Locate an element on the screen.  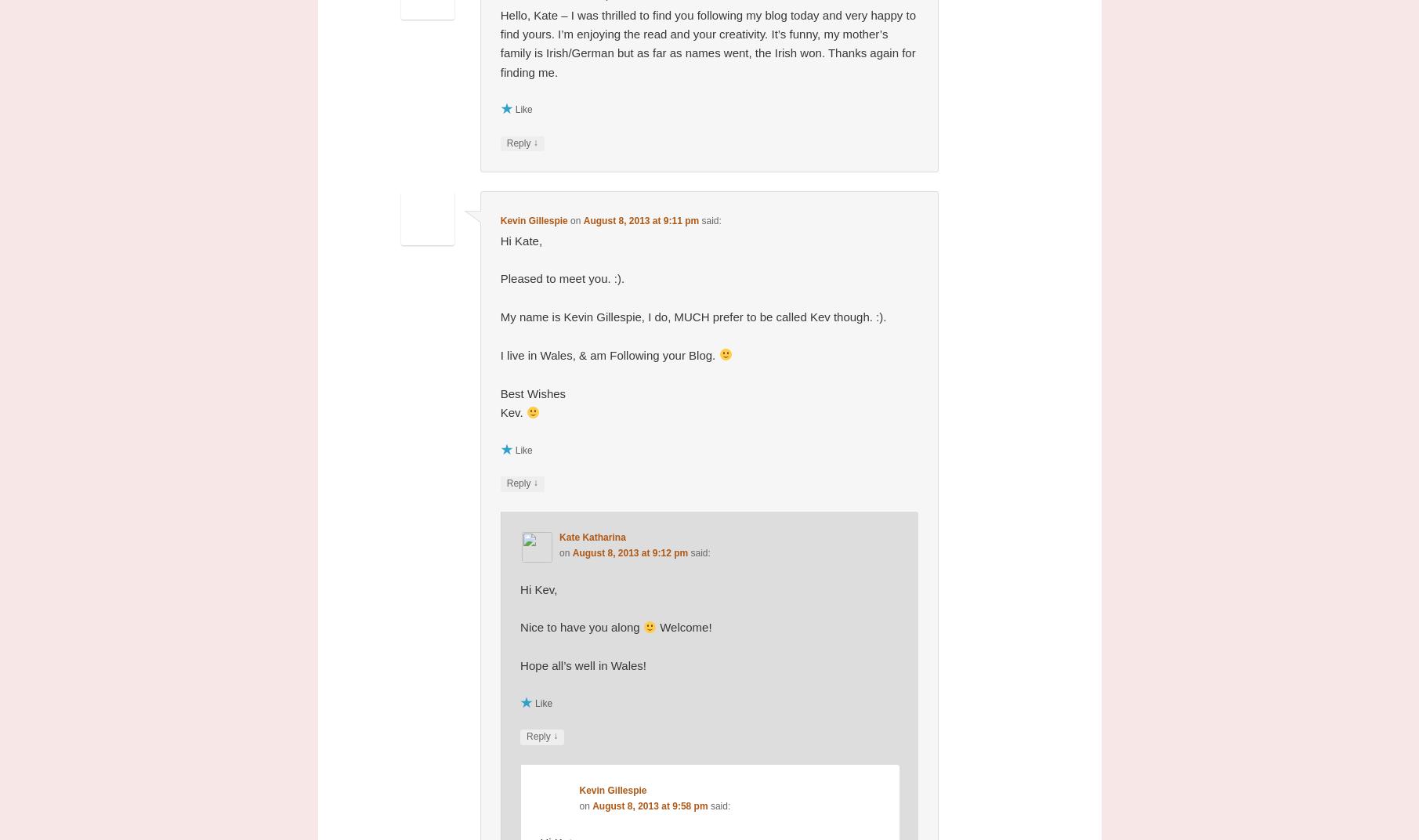
'August 8, 2013 at 9:11 pm' is located at coordinates (641, 220).